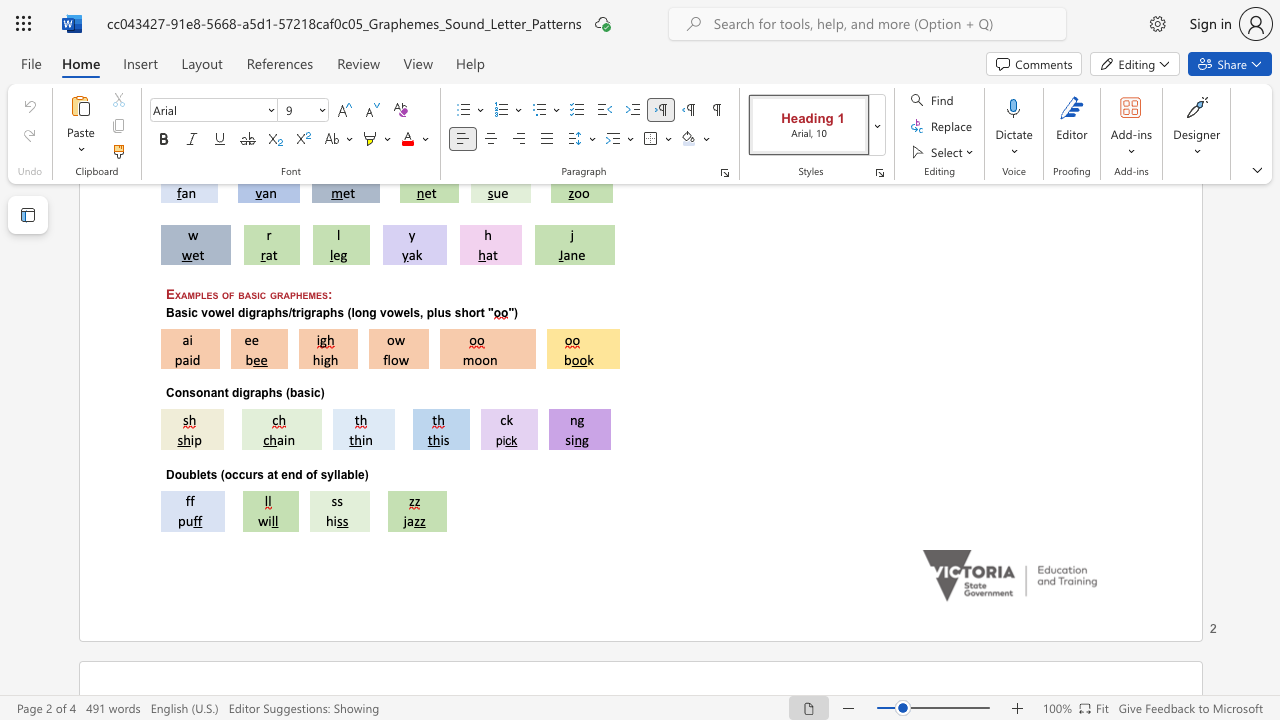  Describe the element at coordinates (280, 474) in the screenshot. I see `the subset text "end of syllabl" within the text "Doublets (occurs at end of syllable)"` at that location.